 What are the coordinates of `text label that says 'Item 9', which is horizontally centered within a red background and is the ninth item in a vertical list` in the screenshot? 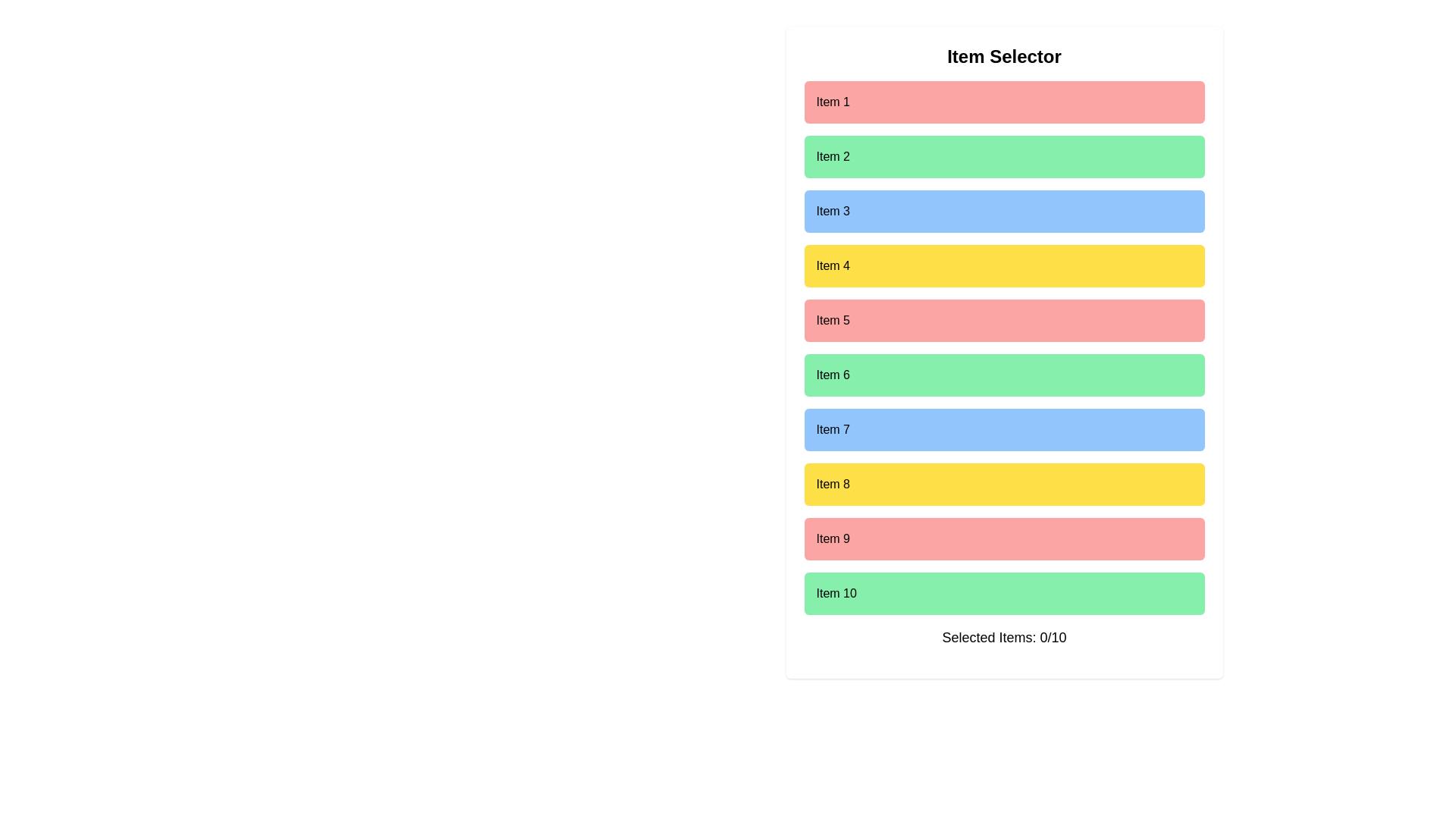 It's located at (832, 538).